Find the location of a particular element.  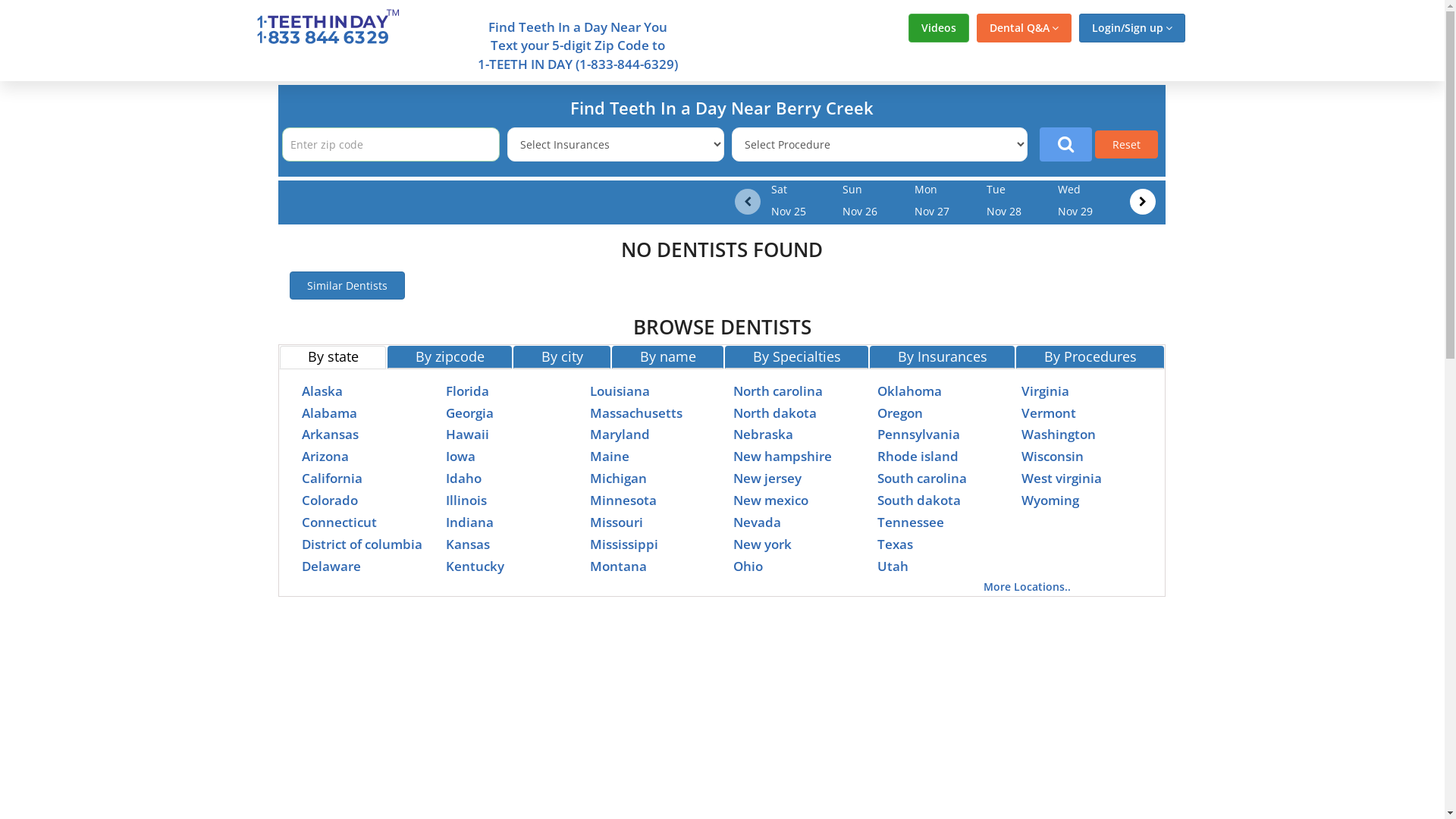

'Ohio' is located at coordinates (748, 566).